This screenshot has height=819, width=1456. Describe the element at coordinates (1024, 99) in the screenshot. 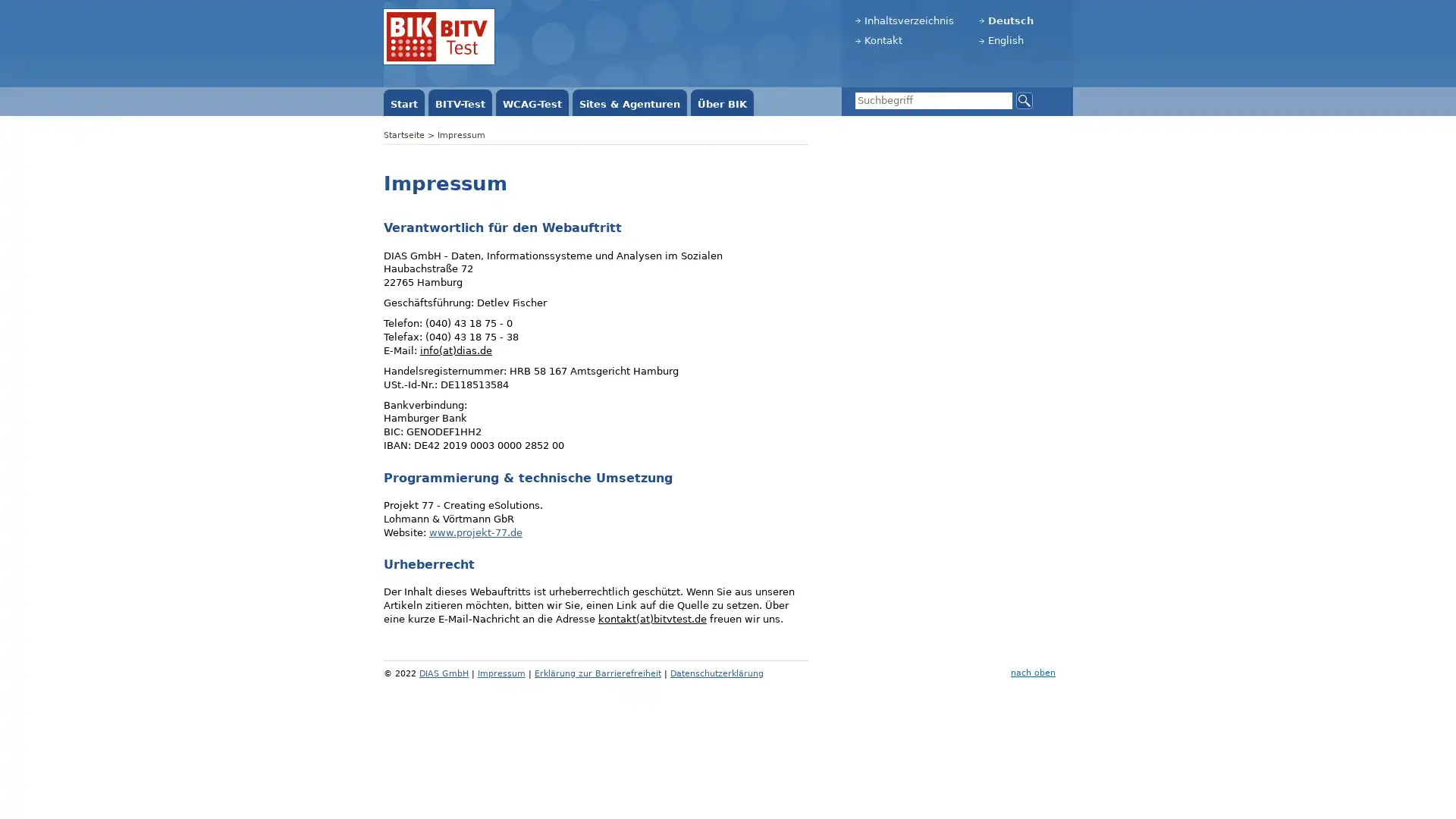

I see `Suche starten` at that location.